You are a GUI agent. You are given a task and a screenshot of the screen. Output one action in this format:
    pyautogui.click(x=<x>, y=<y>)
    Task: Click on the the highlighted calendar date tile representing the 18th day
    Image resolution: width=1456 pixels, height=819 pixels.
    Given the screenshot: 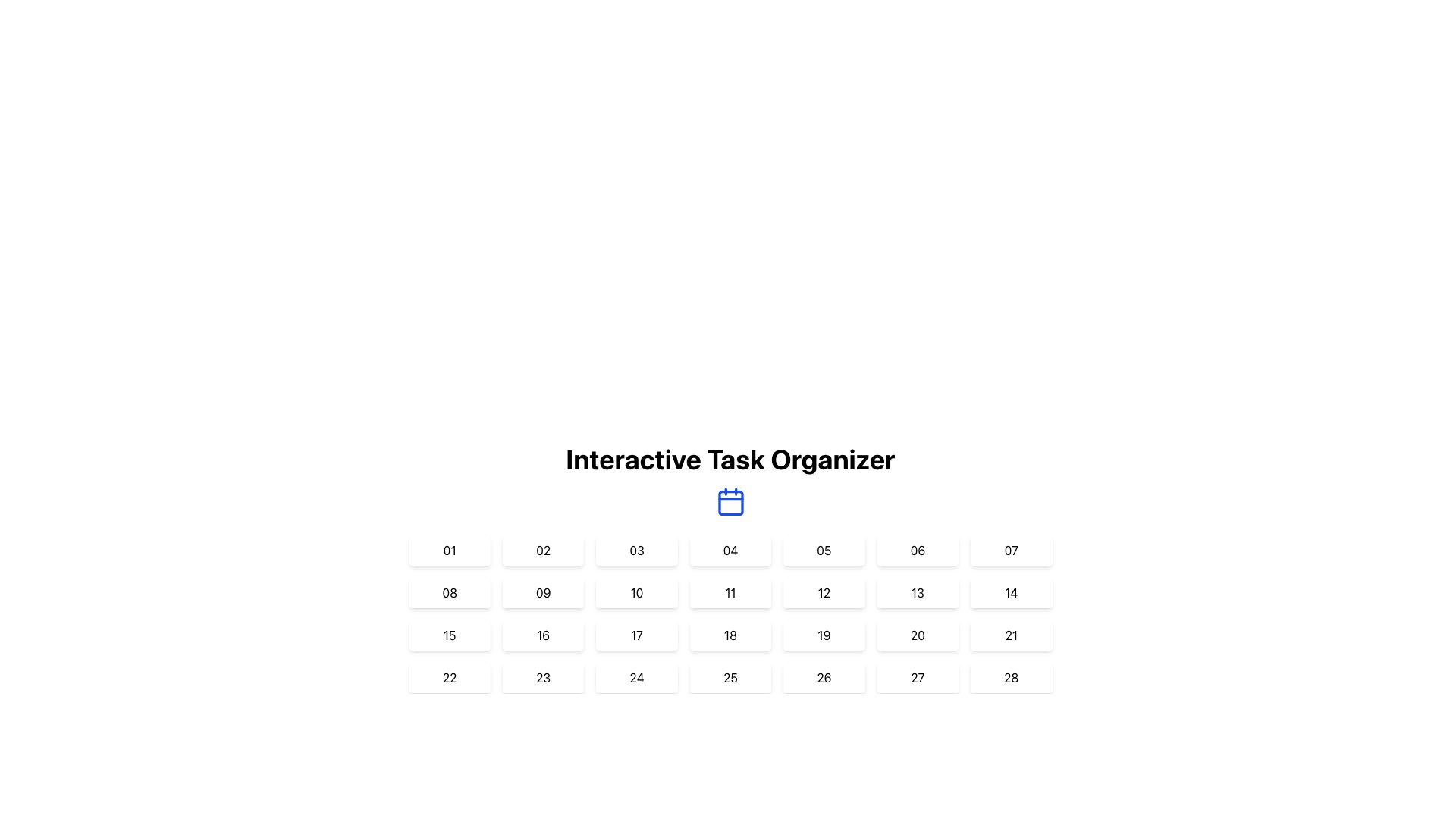 What is the action you would take?
    pyautogui.click(x=730, y=635)
    